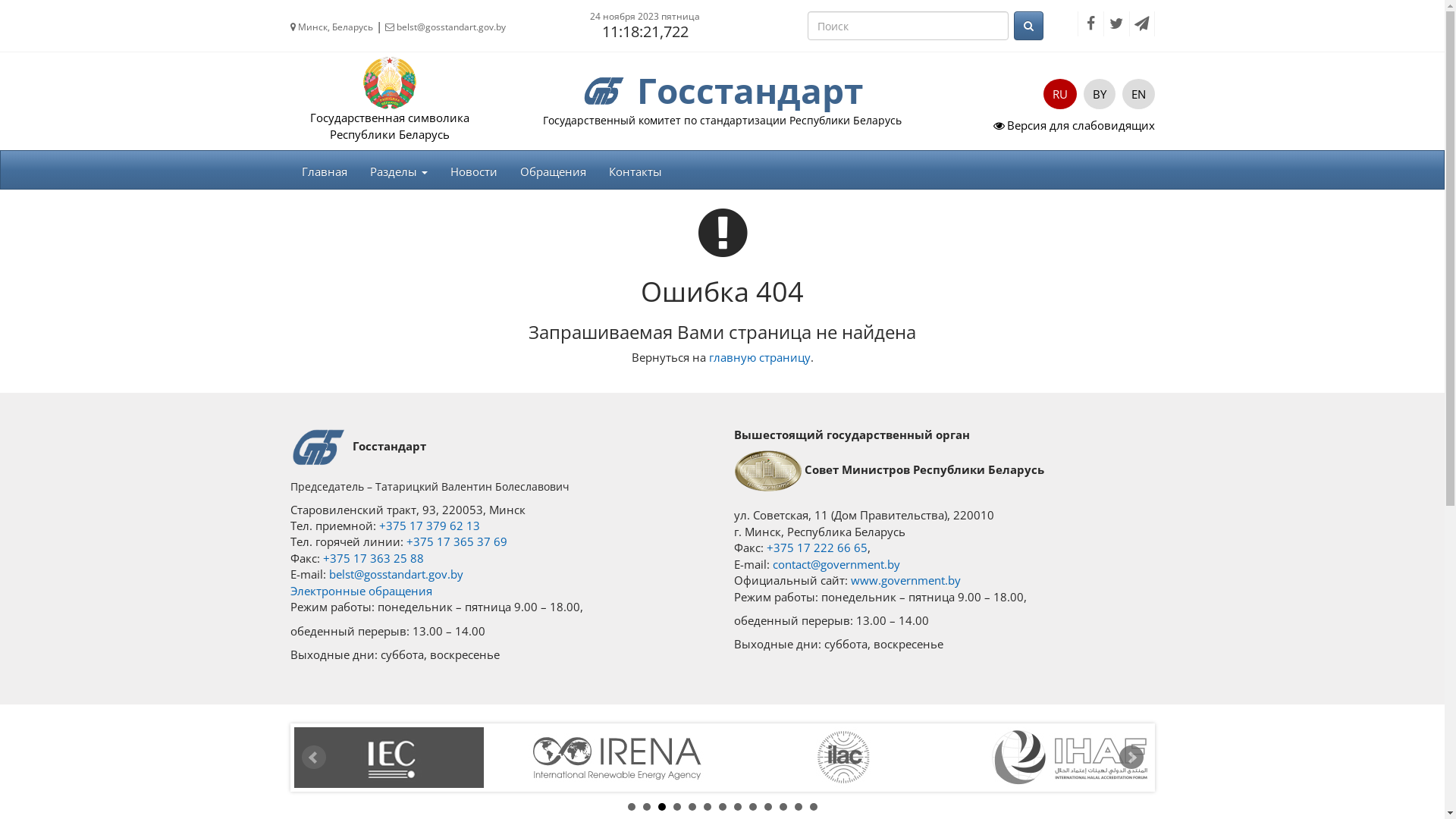 This screenshot has height=819, width=1456. What do you see at coordinates (428, 525) in the screenshot?
I see `'+375 17 379 62 13'` at bounding box center [428, 525].